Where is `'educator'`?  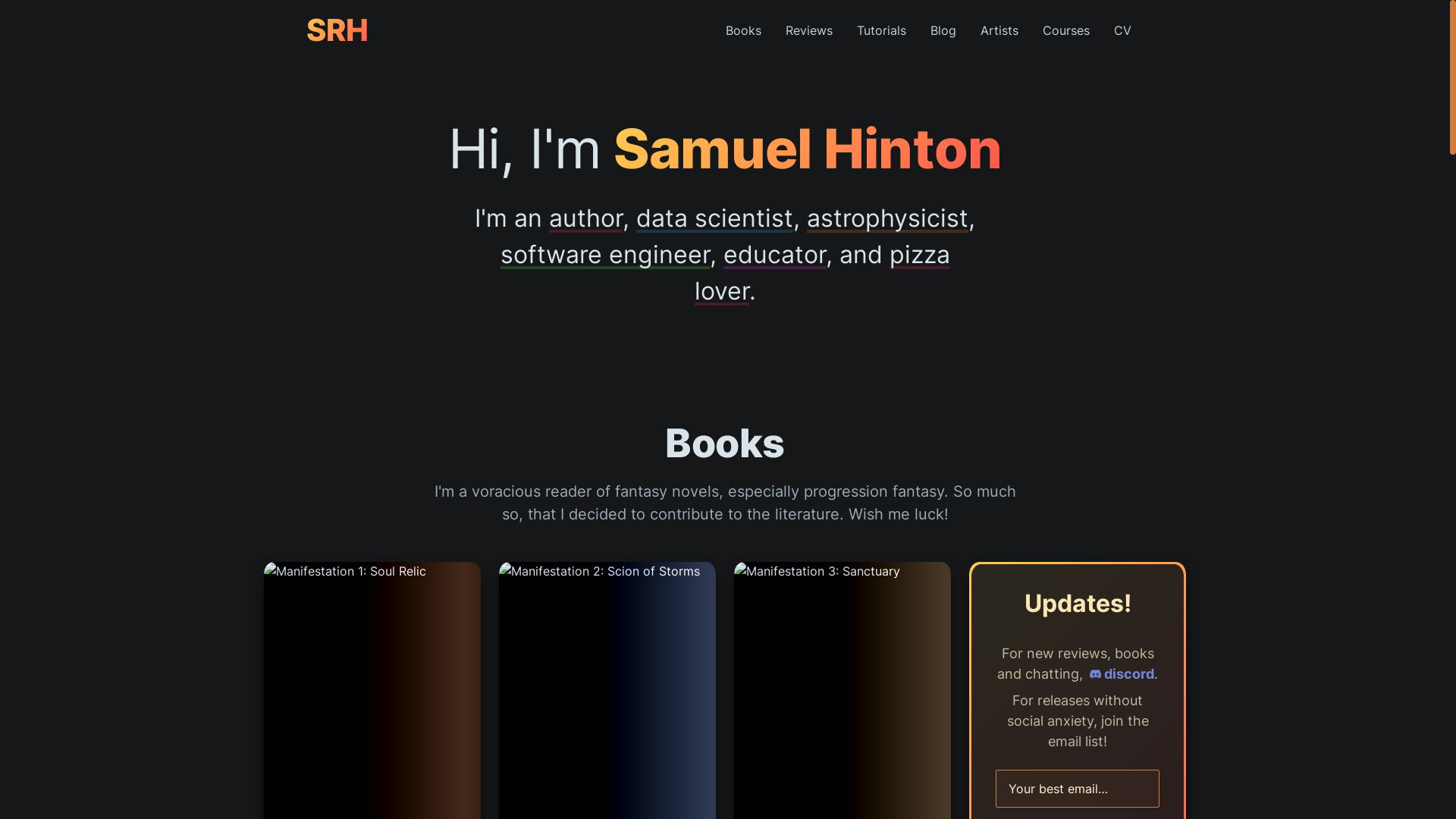 'educator' is located at coordinates (774, 253).